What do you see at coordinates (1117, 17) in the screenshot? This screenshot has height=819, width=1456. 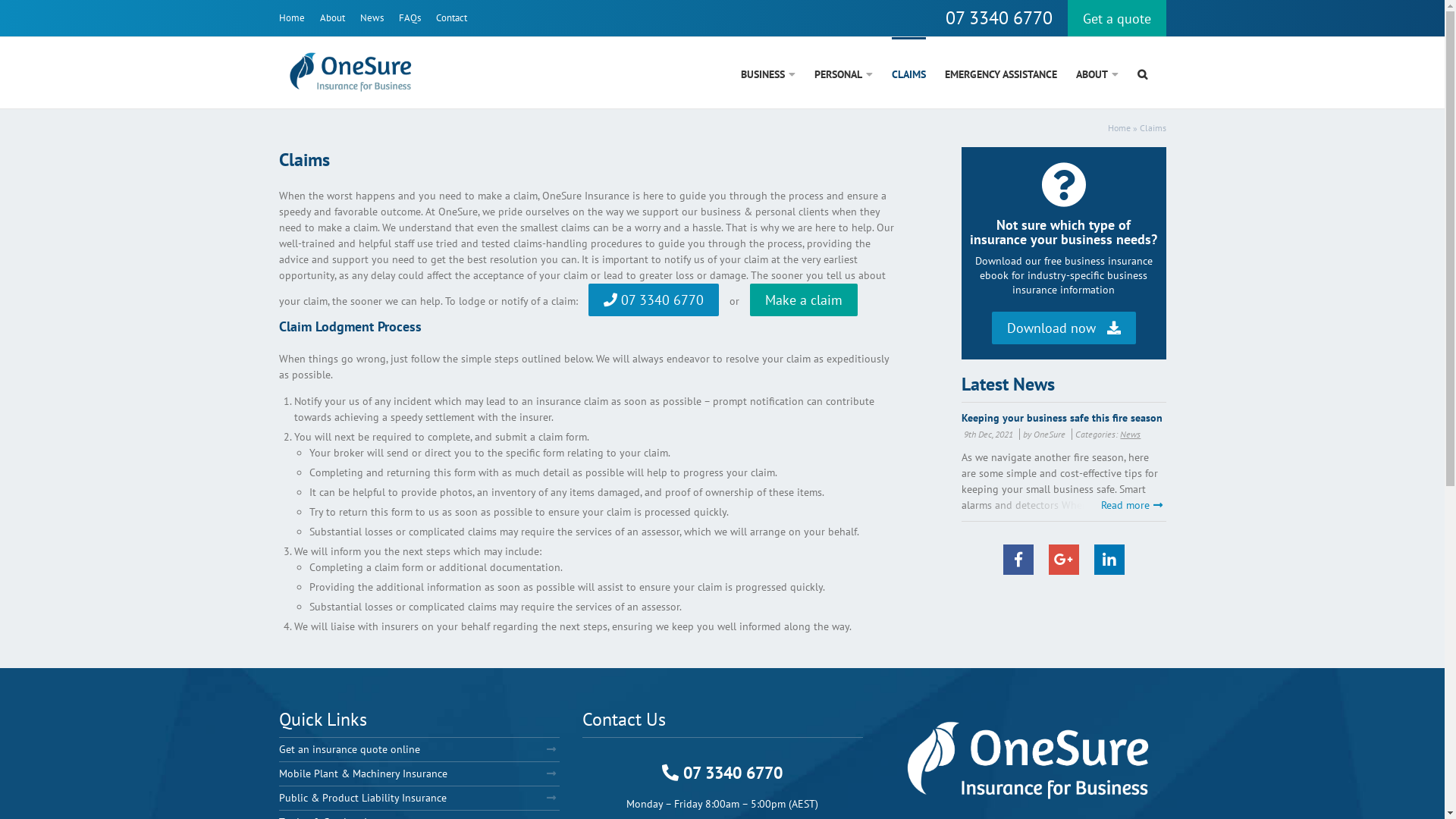 I see `'Get a quote'` at bounding box center [1117, 17].